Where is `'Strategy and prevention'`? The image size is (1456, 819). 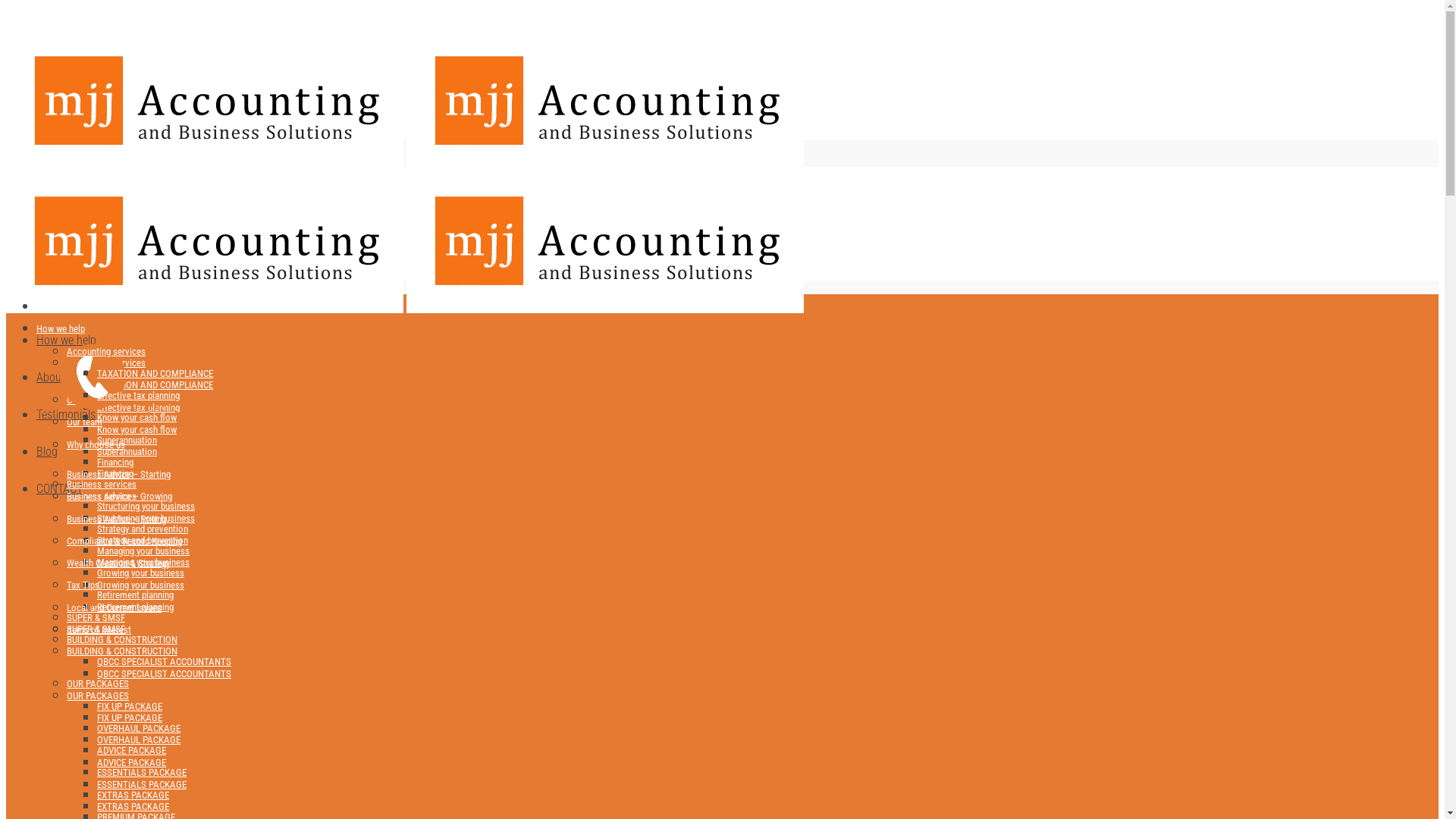 'Strategy and prevention' is located at coordinates (142, 528).